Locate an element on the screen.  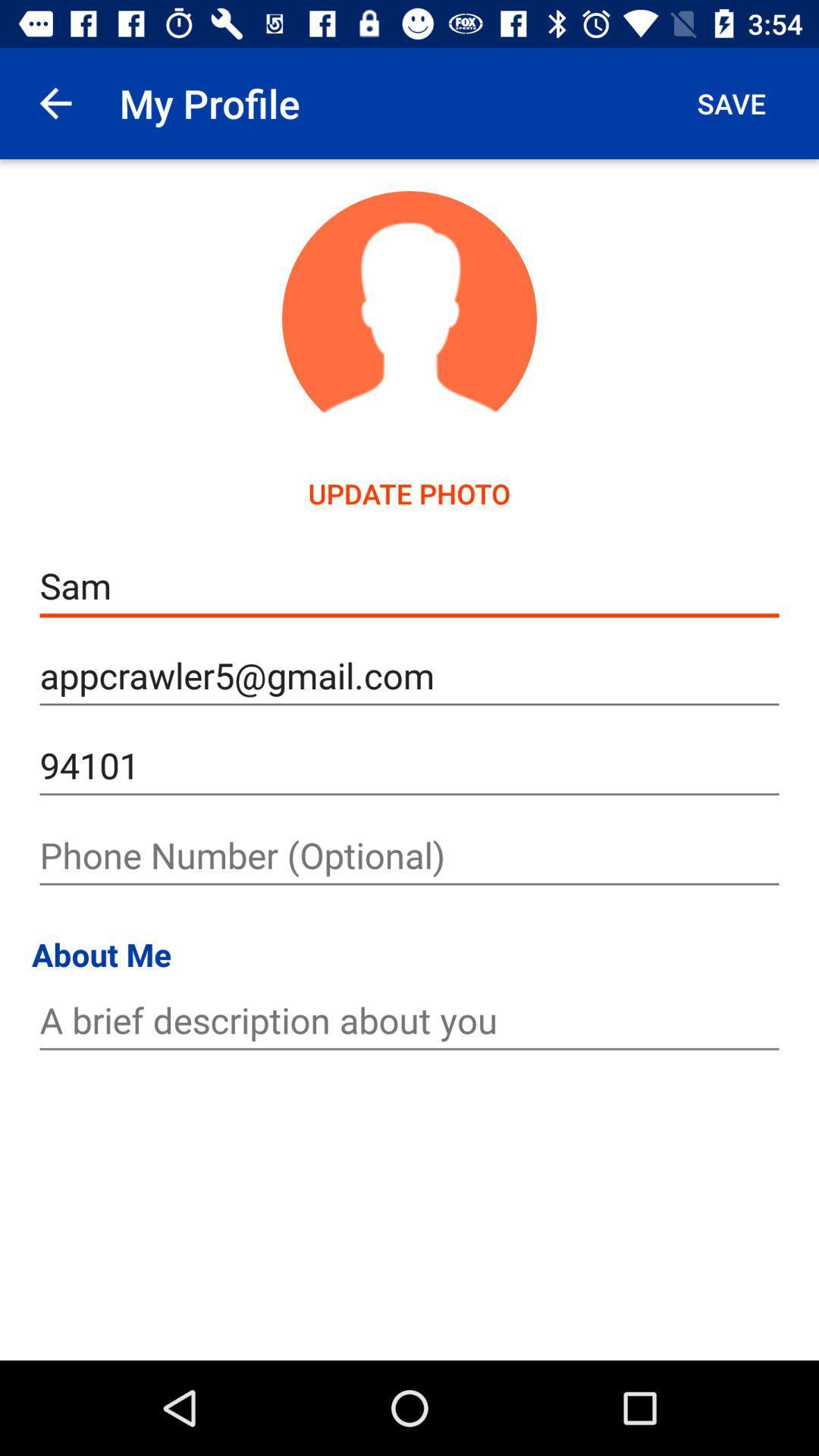
icon at the top right corner is located at coordinates (730, 102).